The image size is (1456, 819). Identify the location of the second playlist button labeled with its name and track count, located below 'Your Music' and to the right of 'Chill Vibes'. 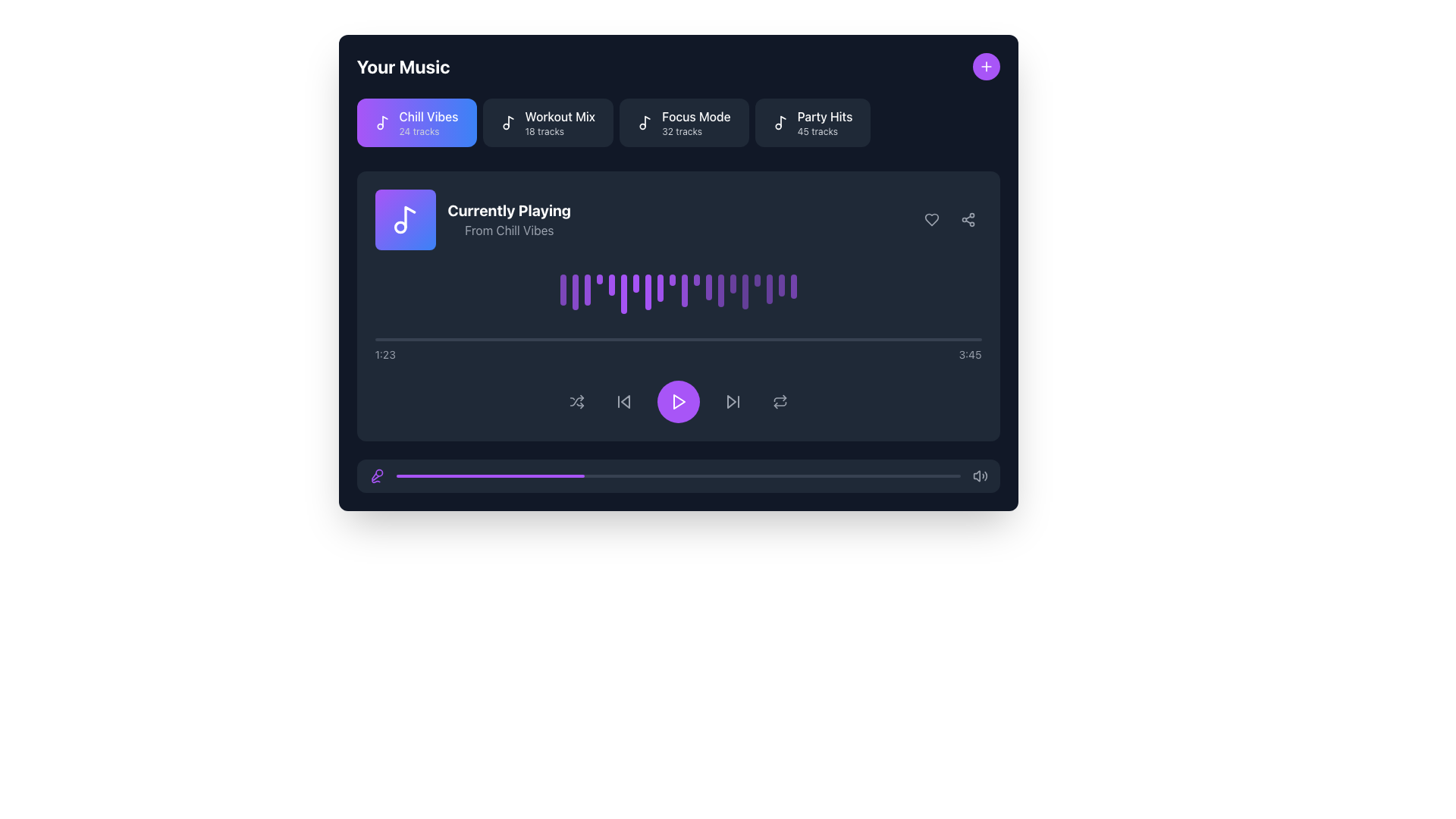
(559, 122).